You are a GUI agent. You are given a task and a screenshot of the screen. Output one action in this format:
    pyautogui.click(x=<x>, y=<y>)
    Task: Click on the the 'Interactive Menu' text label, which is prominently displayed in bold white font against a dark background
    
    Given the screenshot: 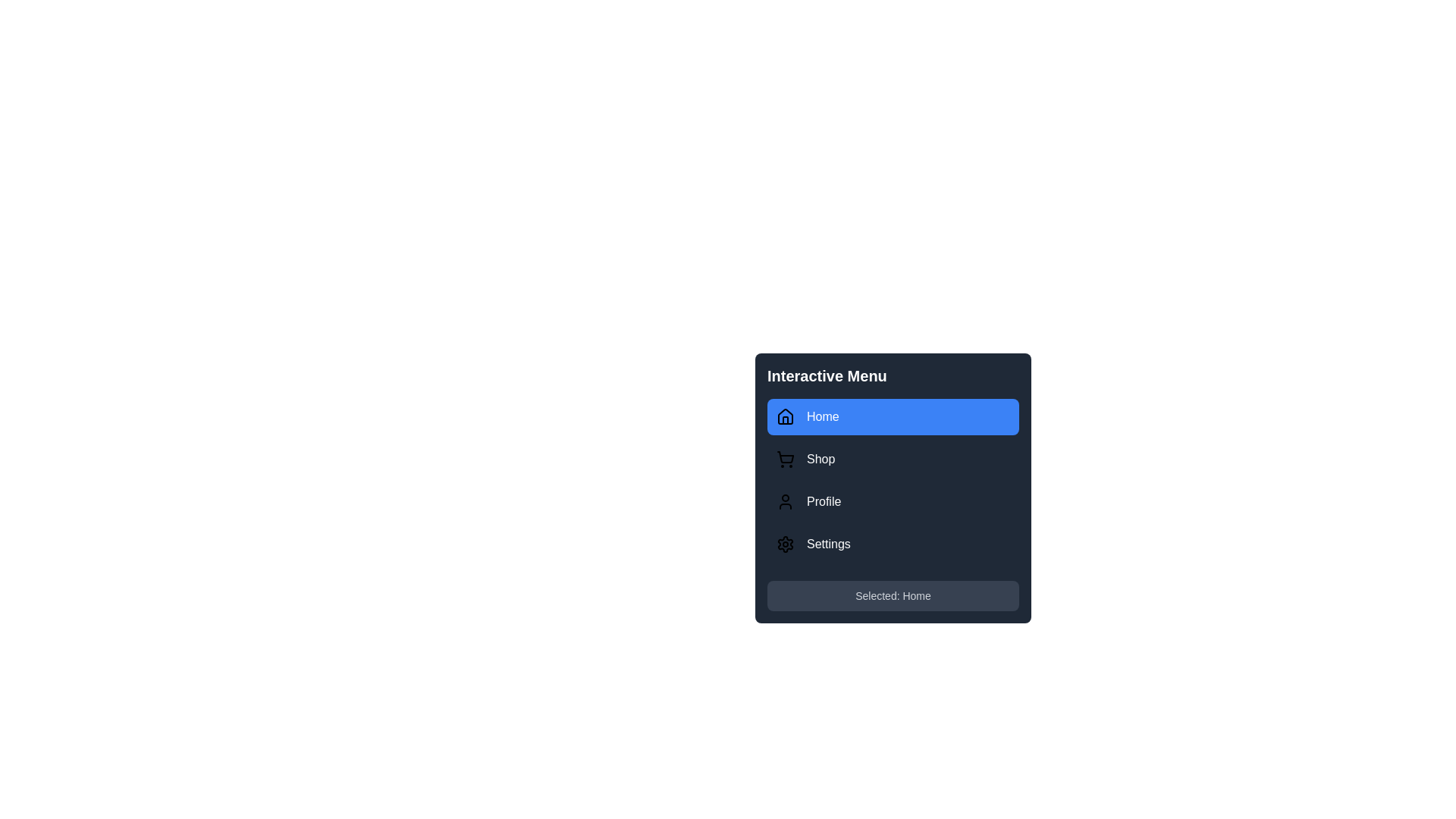 What is the action you would take?
    pyautogui.click(x=826, y=375)
    